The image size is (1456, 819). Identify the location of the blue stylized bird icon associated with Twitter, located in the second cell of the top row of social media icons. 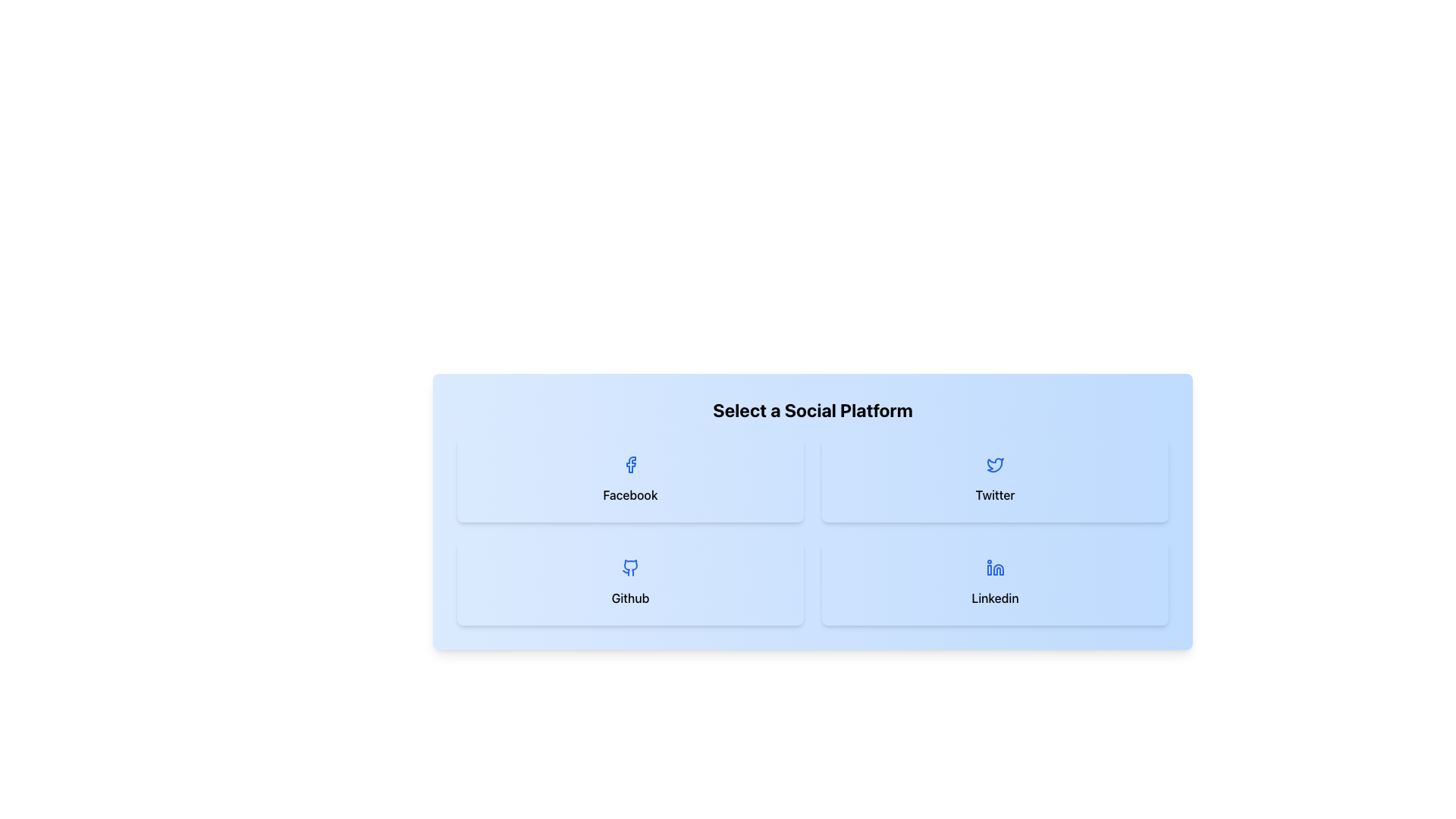
(995, 464).